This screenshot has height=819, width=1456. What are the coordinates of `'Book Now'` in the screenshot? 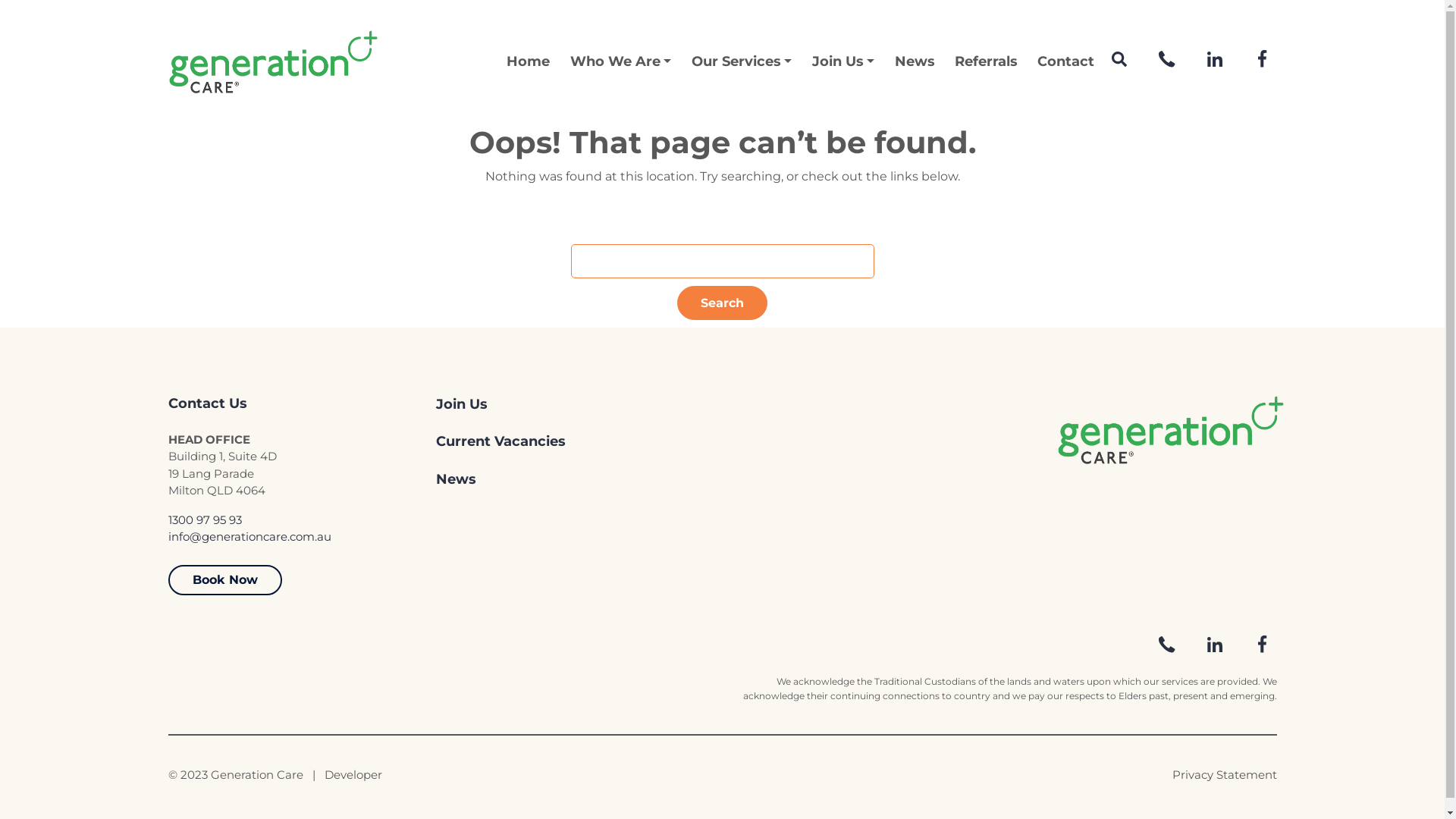 It's located at (224, 579).